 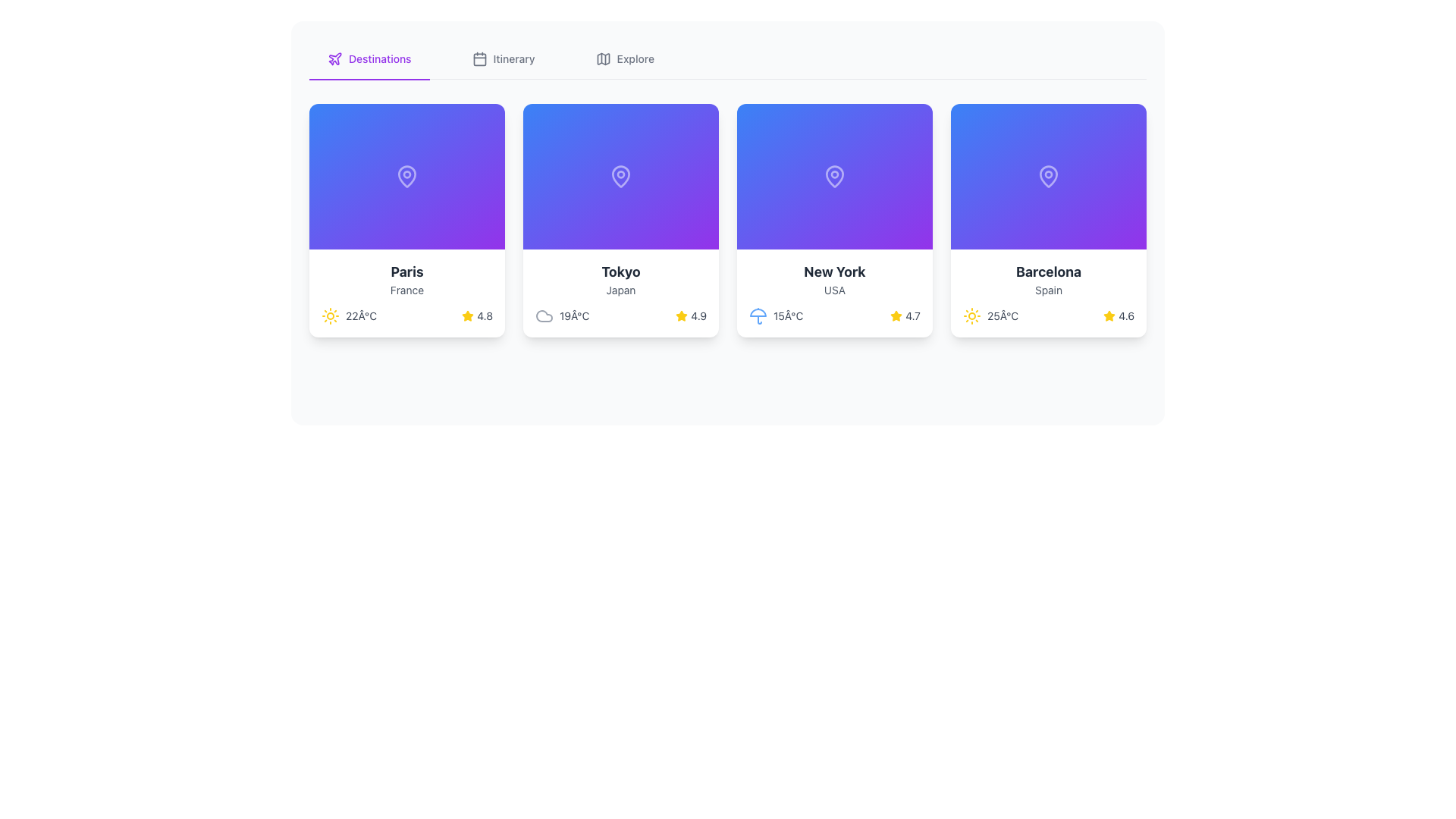 What do you see at coordinates (621, 174) in the screenshot?
I see `pin-shaped icon resembling a map marker with a hollow center and a gradient purple background located in the Tokyo card section` at bounding box center [621, 174].